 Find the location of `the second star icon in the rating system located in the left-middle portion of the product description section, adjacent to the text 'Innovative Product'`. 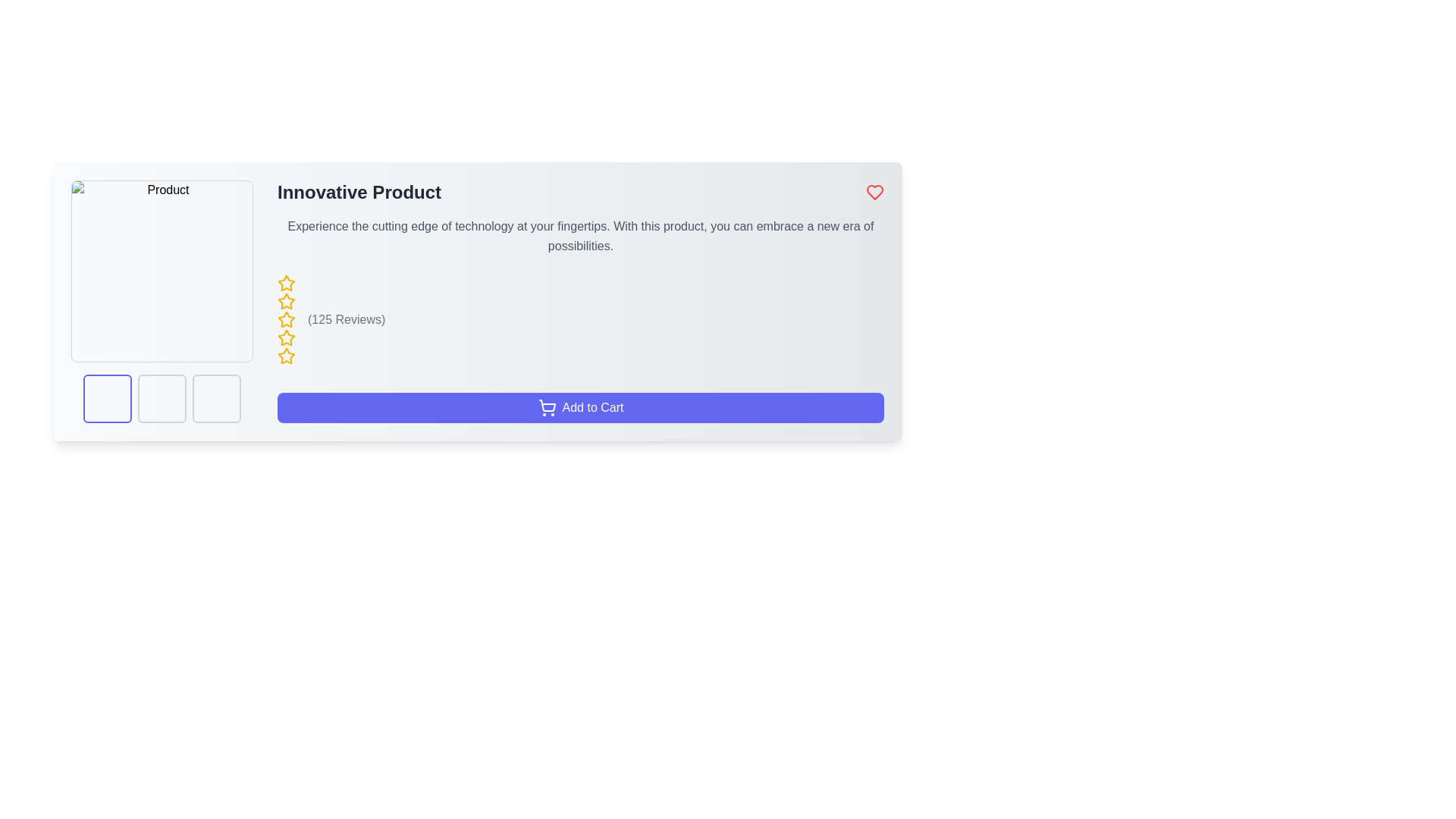

the second star icon in the rating system located in the left-middle portion of the product description section, adjacent to the text 'Innovative Product' is located at coordinates (287, 301).